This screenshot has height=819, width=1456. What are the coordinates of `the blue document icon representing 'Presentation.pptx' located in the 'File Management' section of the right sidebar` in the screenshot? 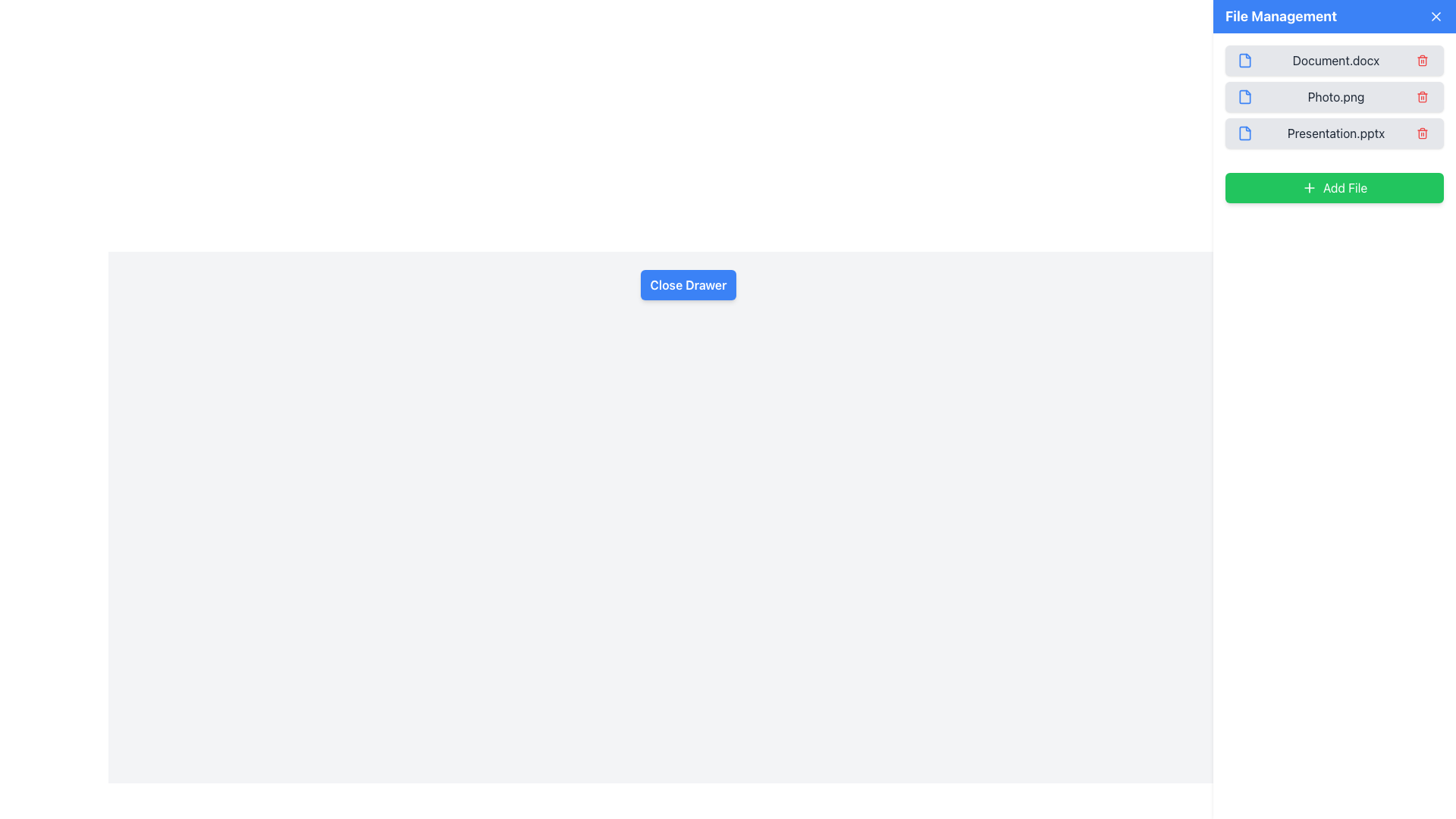 It's located at (1244, 133).